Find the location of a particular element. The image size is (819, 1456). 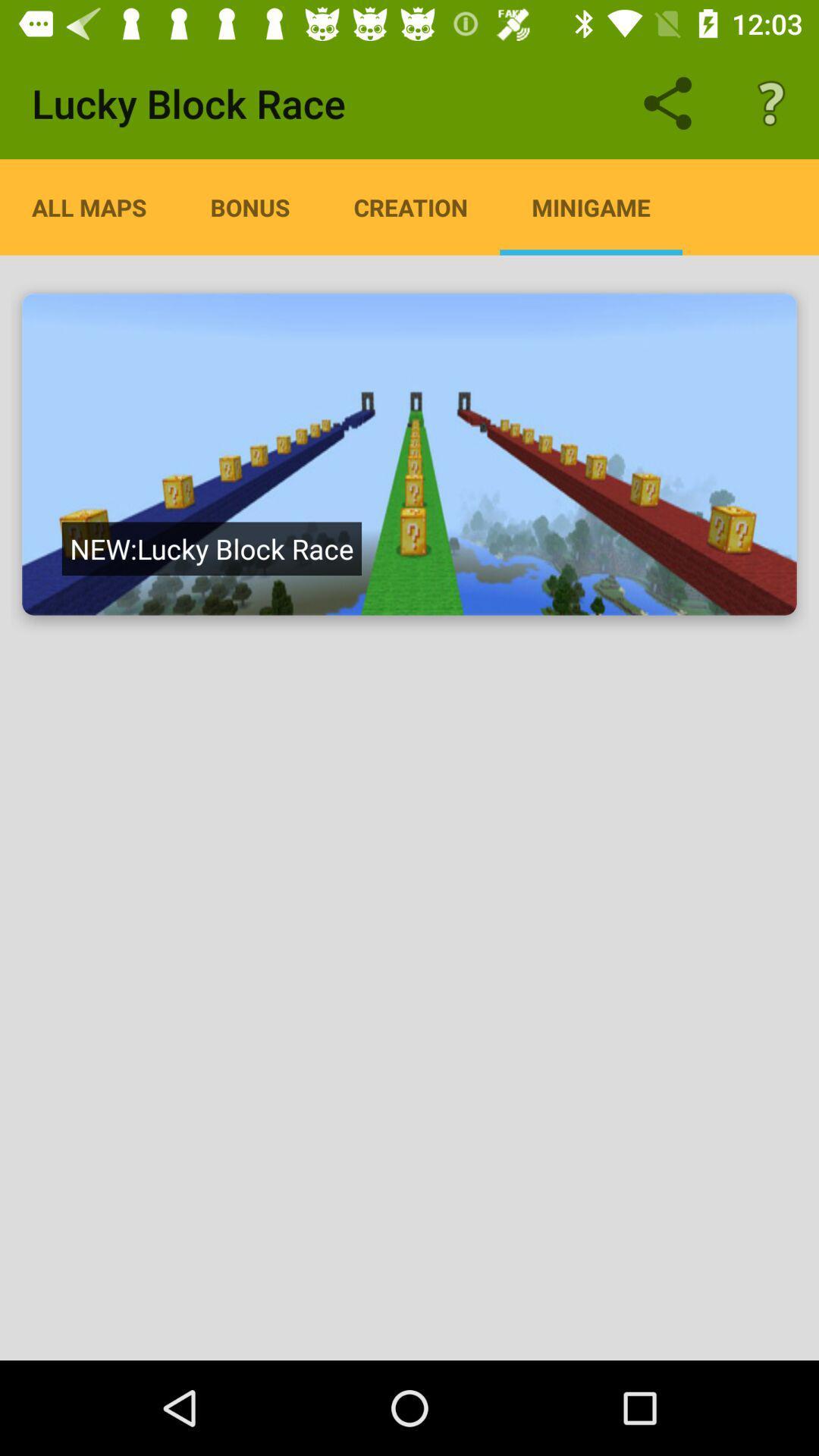

the item below all maps icon is located at coordinates (212, 548).